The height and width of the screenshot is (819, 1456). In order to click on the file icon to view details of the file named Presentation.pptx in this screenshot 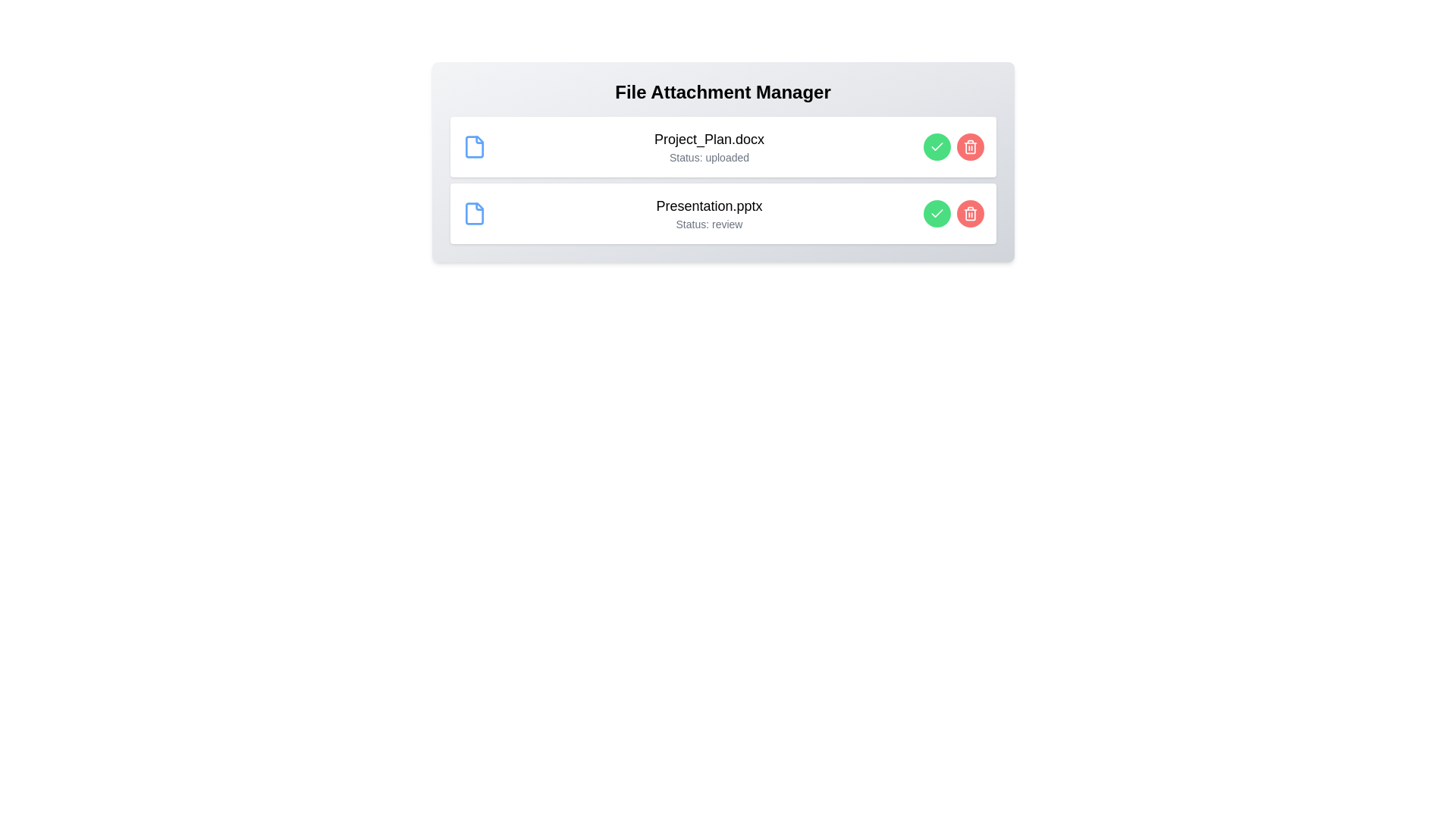, I will do `click(473, 213)`.